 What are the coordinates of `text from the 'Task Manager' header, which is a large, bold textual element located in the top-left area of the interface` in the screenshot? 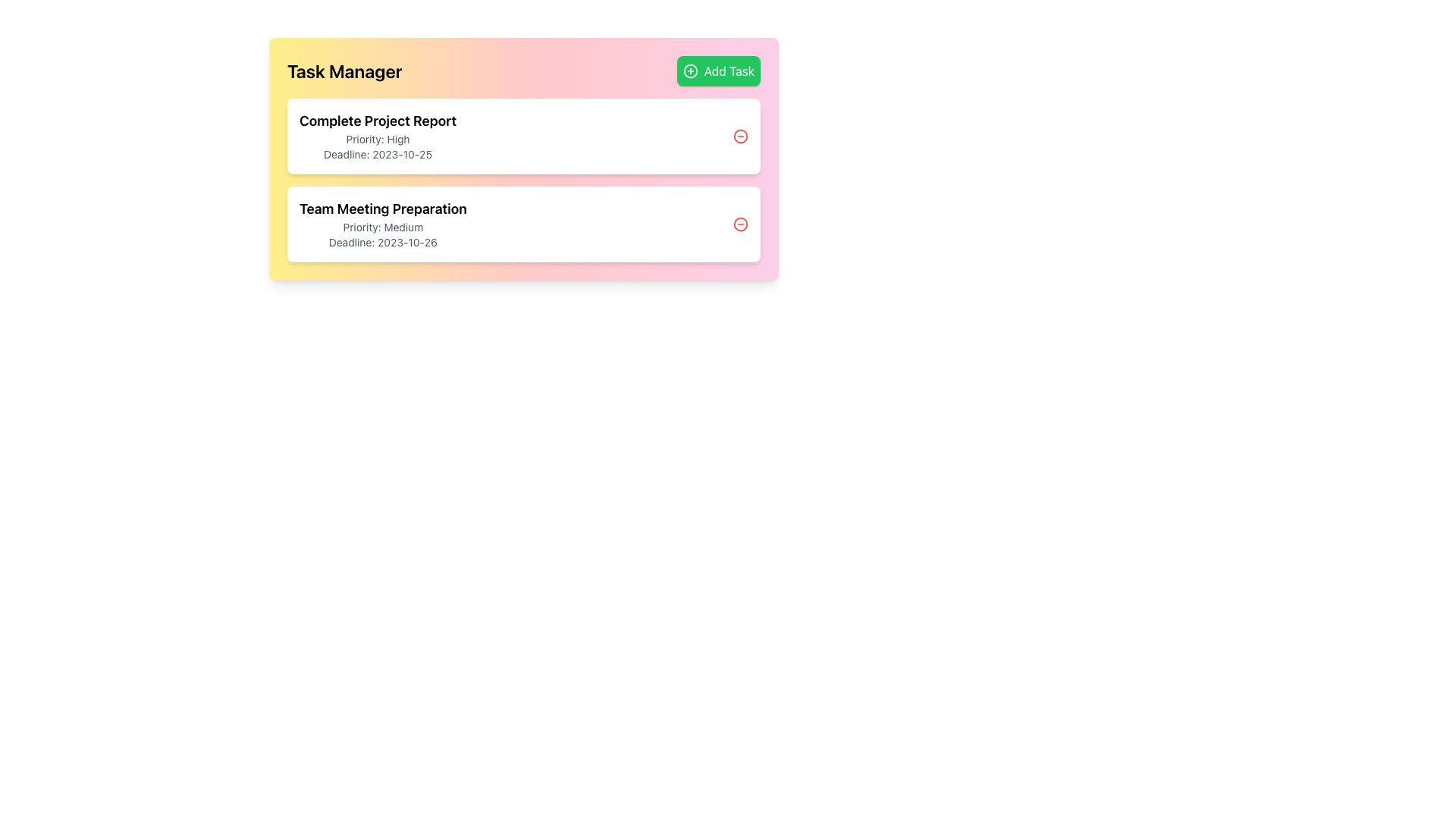 It's located at (344, 71).